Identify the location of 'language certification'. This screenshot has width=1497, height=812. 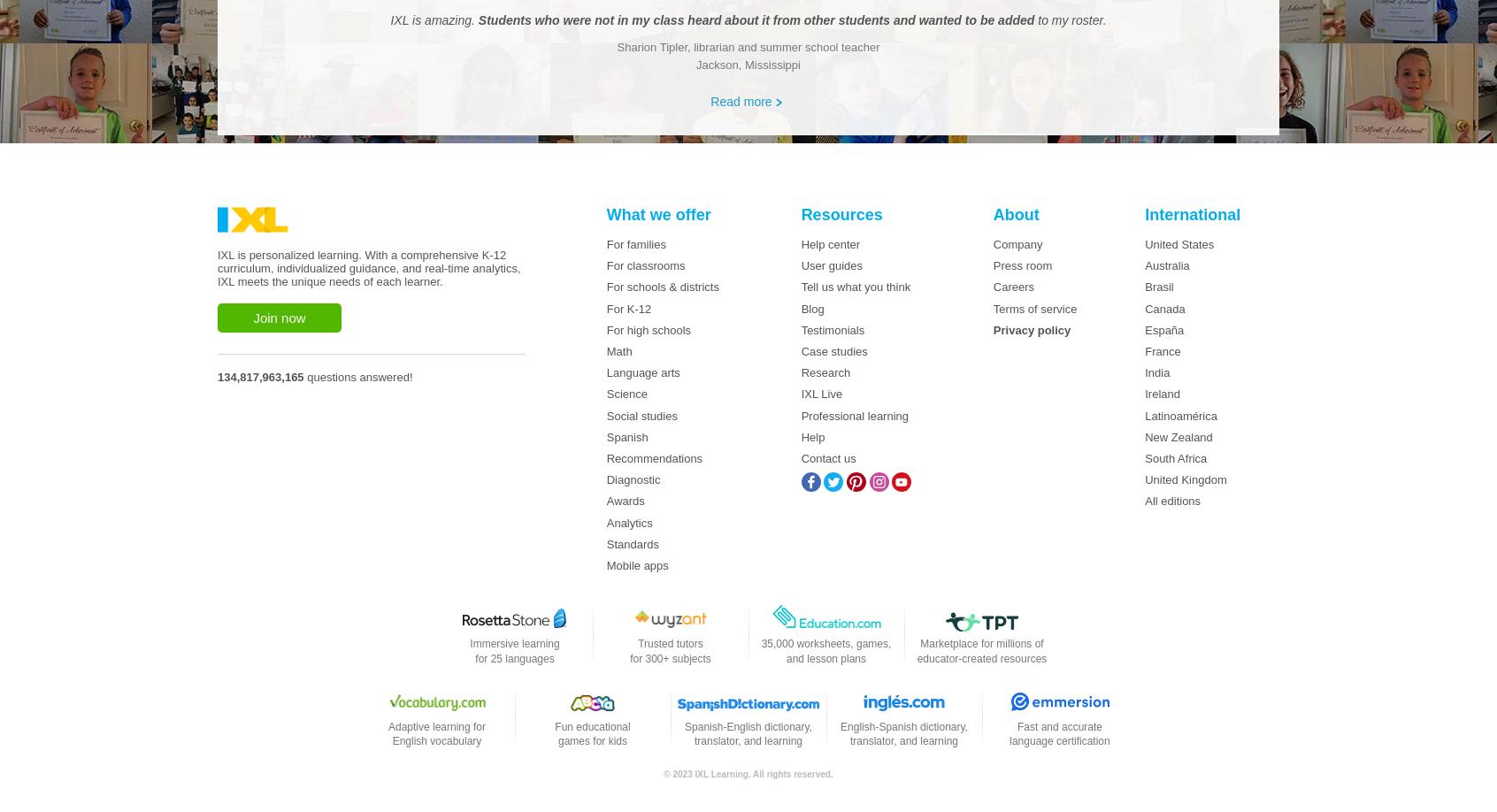
(1058, 741).